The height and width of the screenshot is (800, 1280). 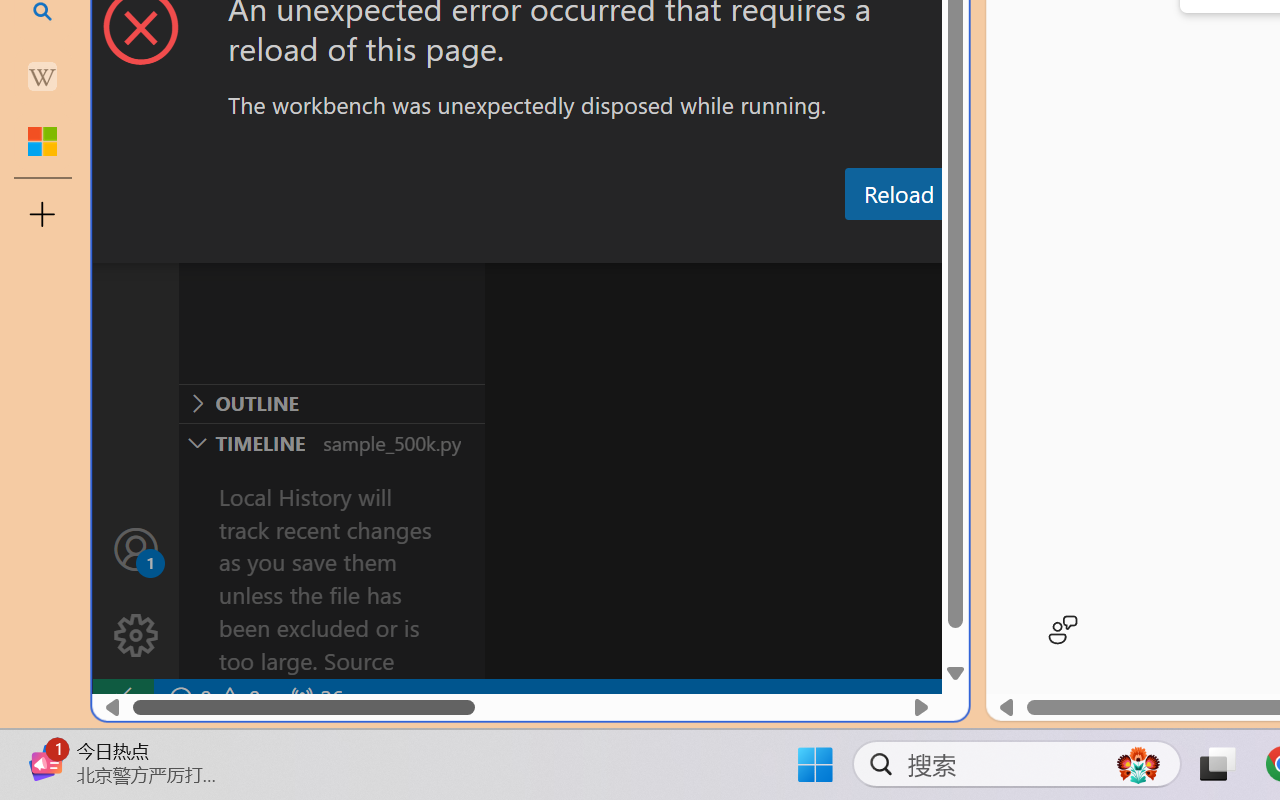 I want to click on 'Accounts - Sign in requested', so click(x=134, y=548).